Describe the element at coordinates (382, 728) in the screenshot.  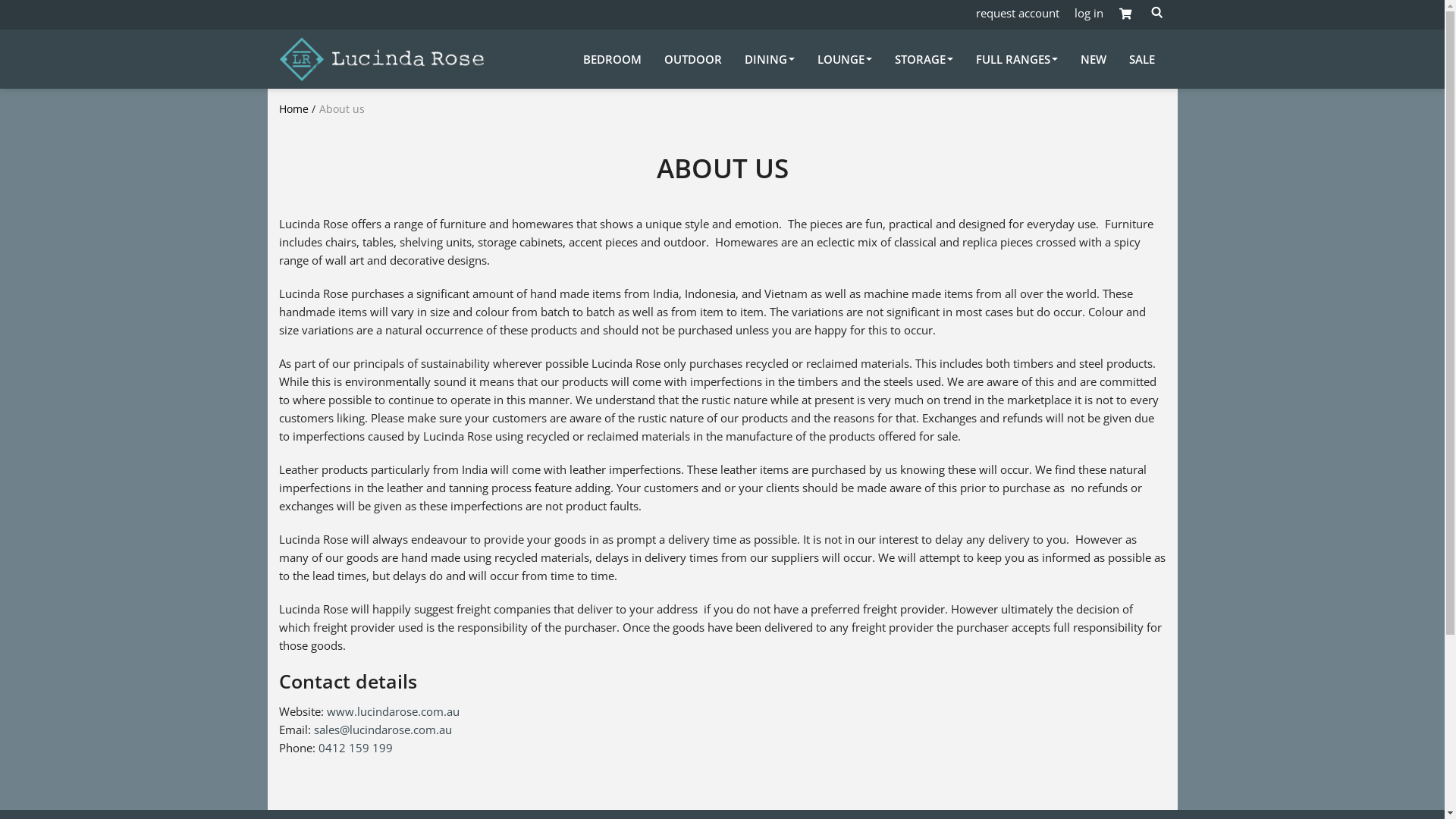
I see `'sales@lucindarose.com.au'` at that location.